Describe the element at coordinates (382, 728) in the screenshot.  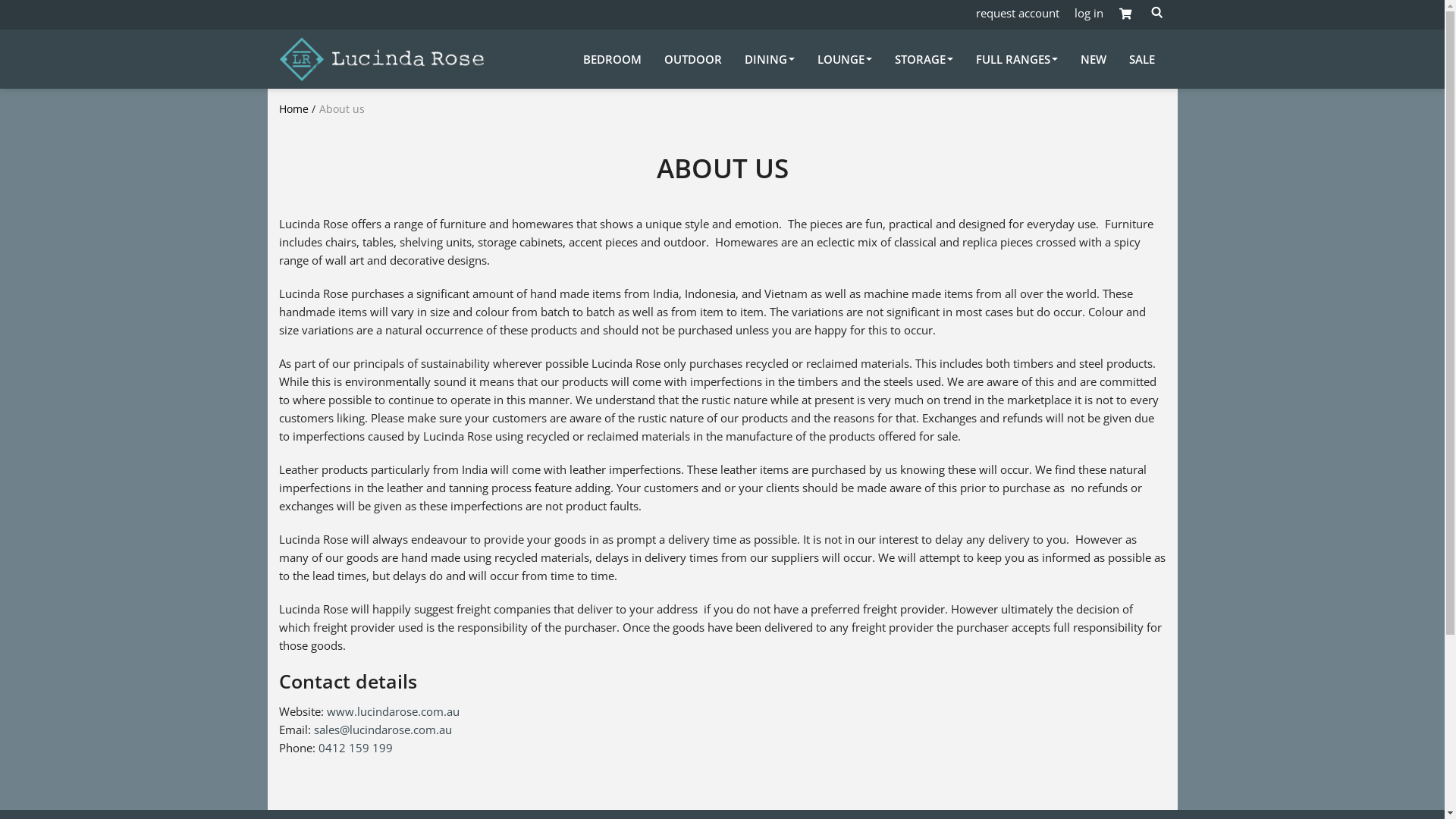
I see `'sales@lucindarose.com.au'` at that location.